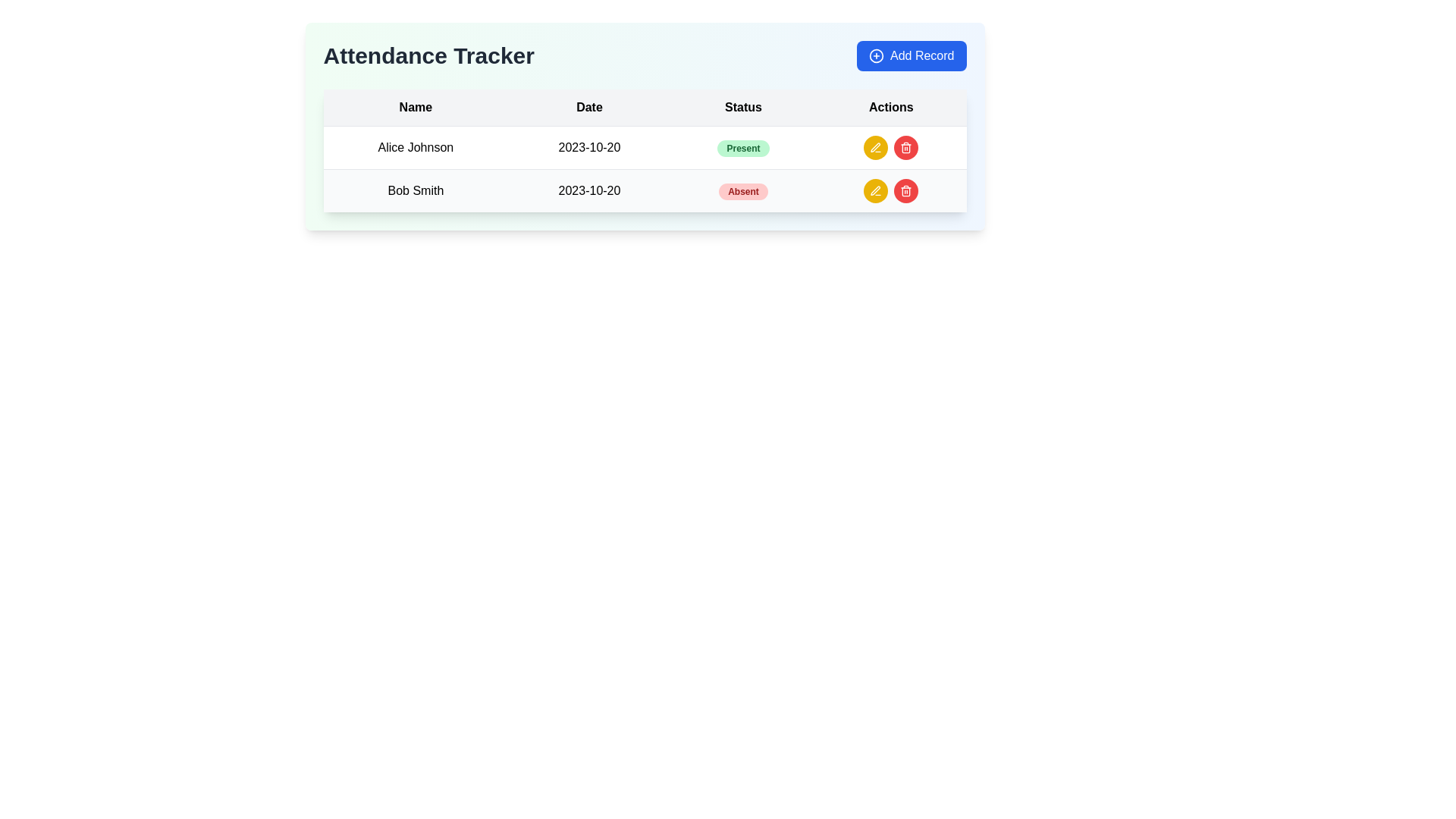 The width and height of the screenshot is (1456, 819). What do you see at coordinates (876, 190) in the screenshot?
I see `the Edit button (pencil icon) in the Actions column of the second row of the Attendance Tracker table` at bounding box center [876, 190].